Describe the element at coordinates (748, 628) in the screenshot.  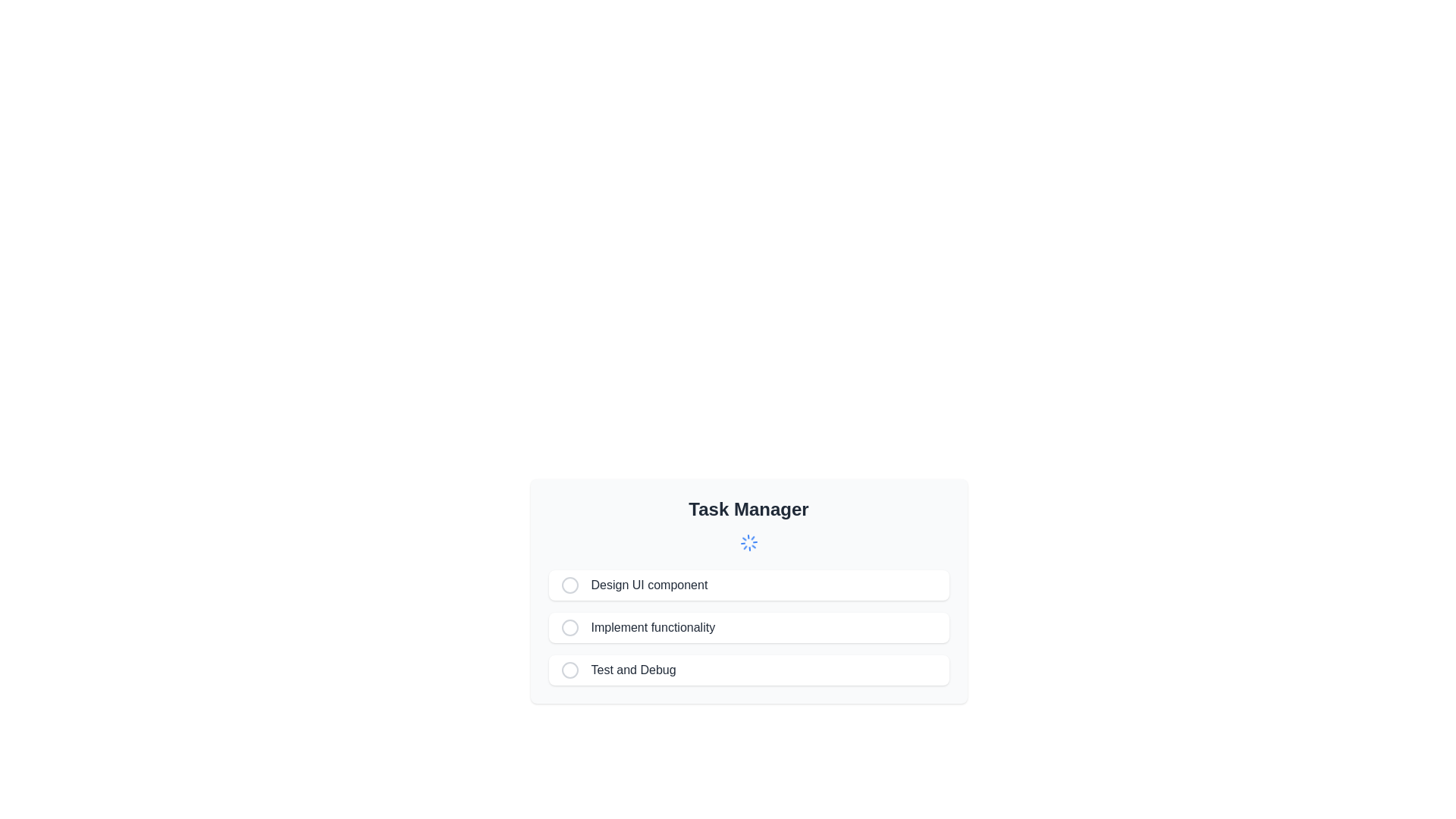
I see `the second task item` at that location.